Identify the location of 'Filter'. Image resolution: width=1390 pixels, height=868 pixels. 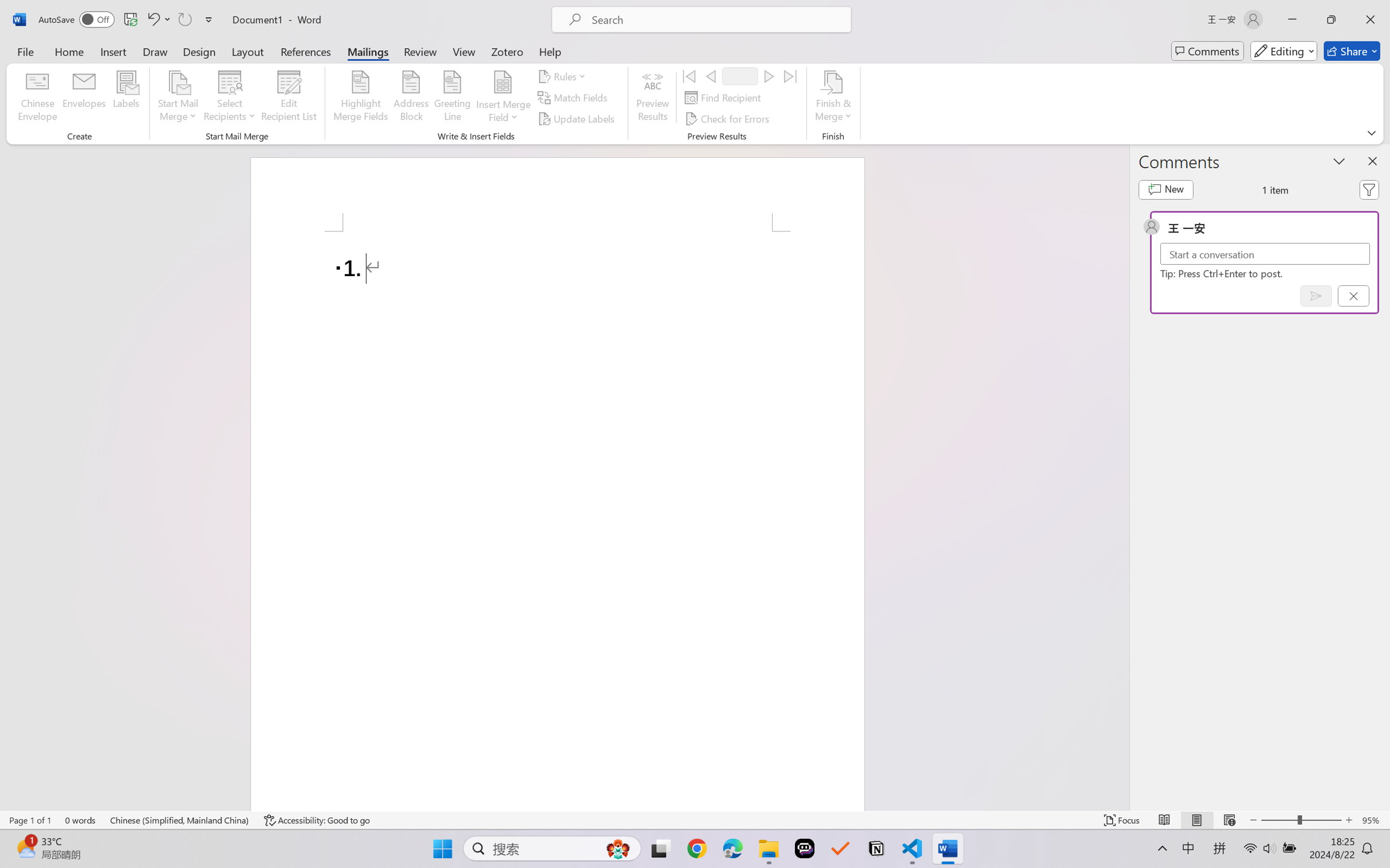
(1369, 190).